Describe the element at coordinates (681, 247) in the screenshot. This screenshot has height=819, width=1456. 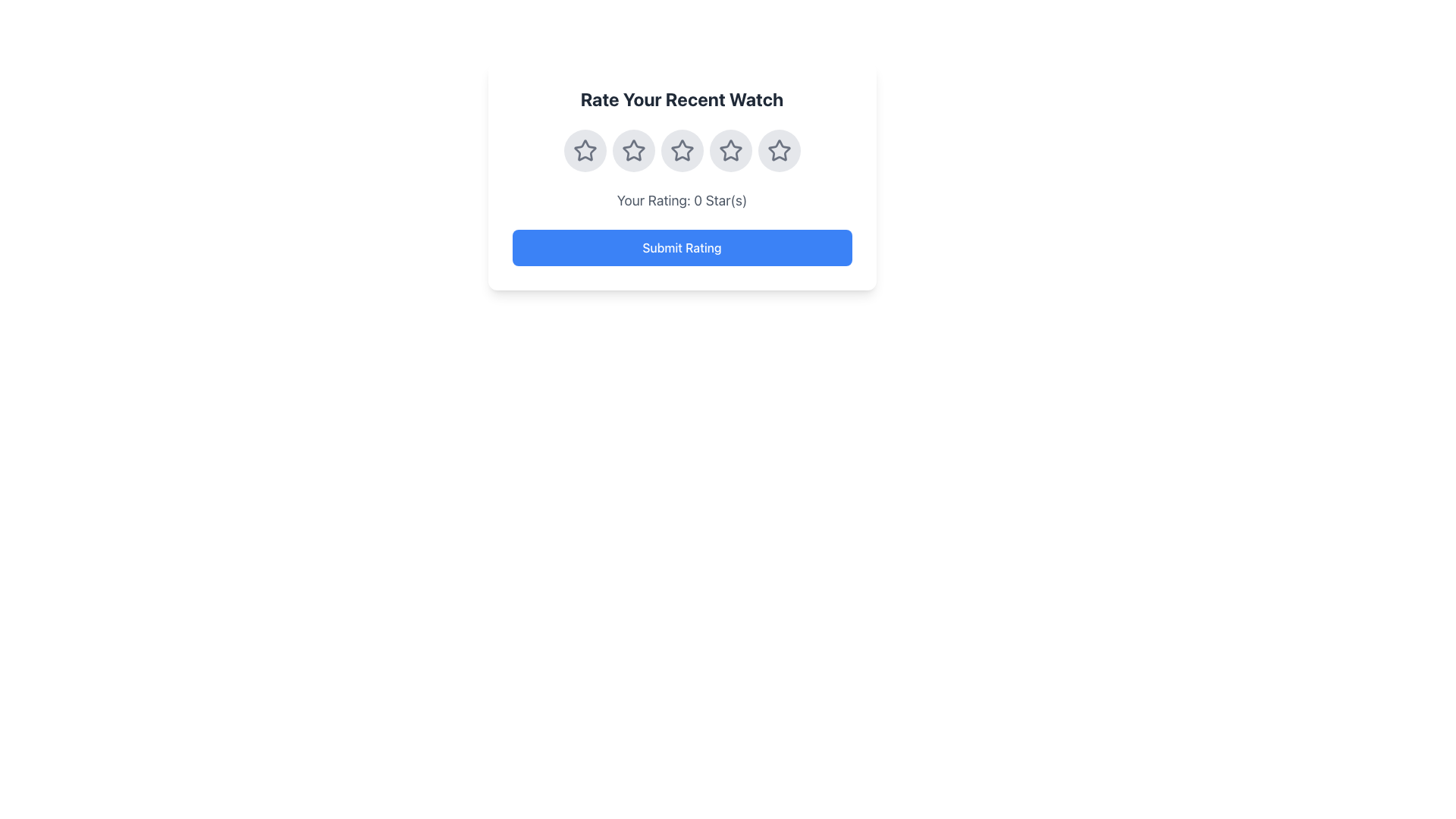
I see `the 'Submit Rating' button, which is a rectangular button with rounded corners and a bright blue background, to observe the background shade change` at that location.